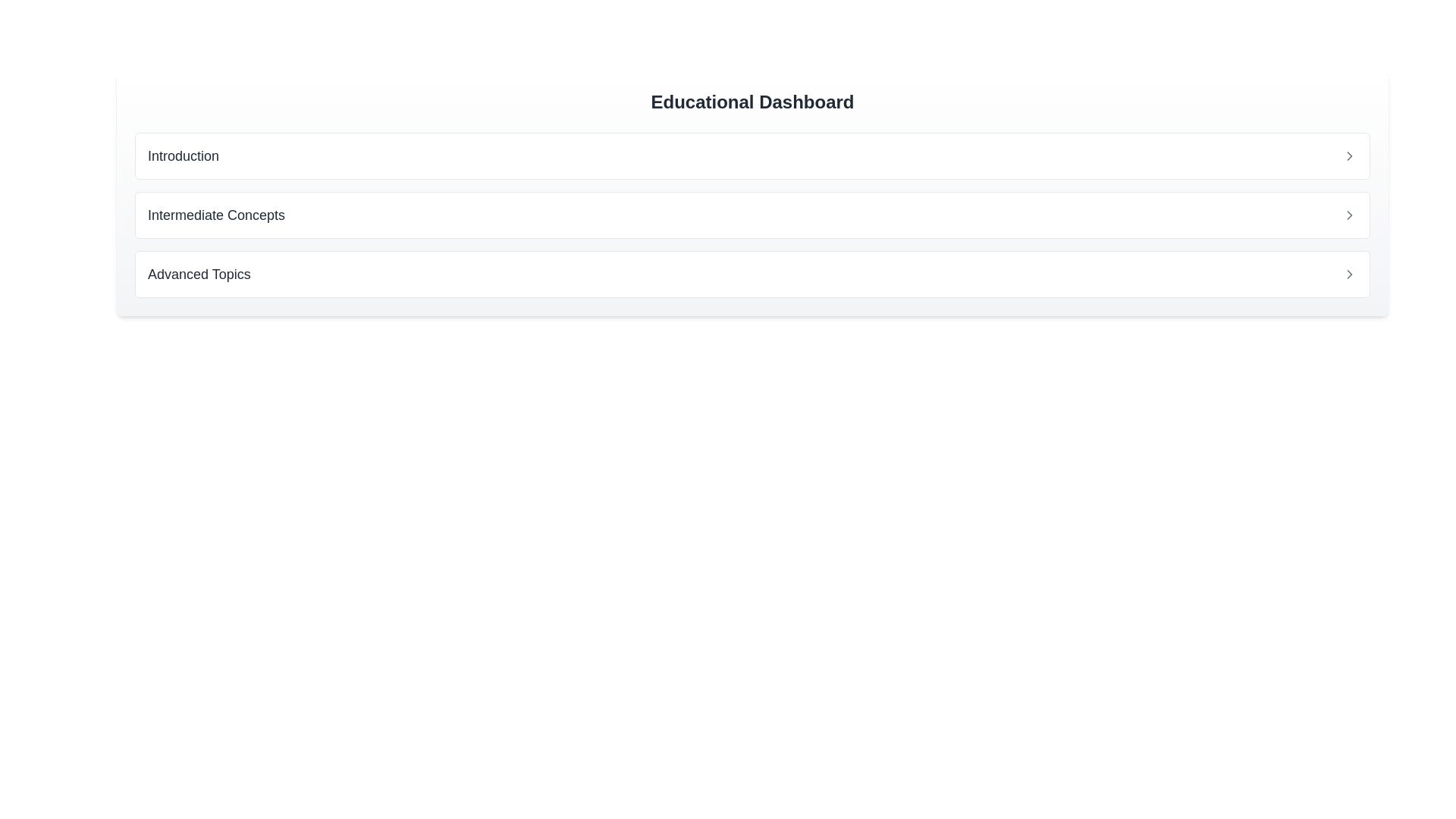  Describe the element at coordinates (752, 215) in the screenshot. I see `the second interactive list item in the educational dashboard` at that location.